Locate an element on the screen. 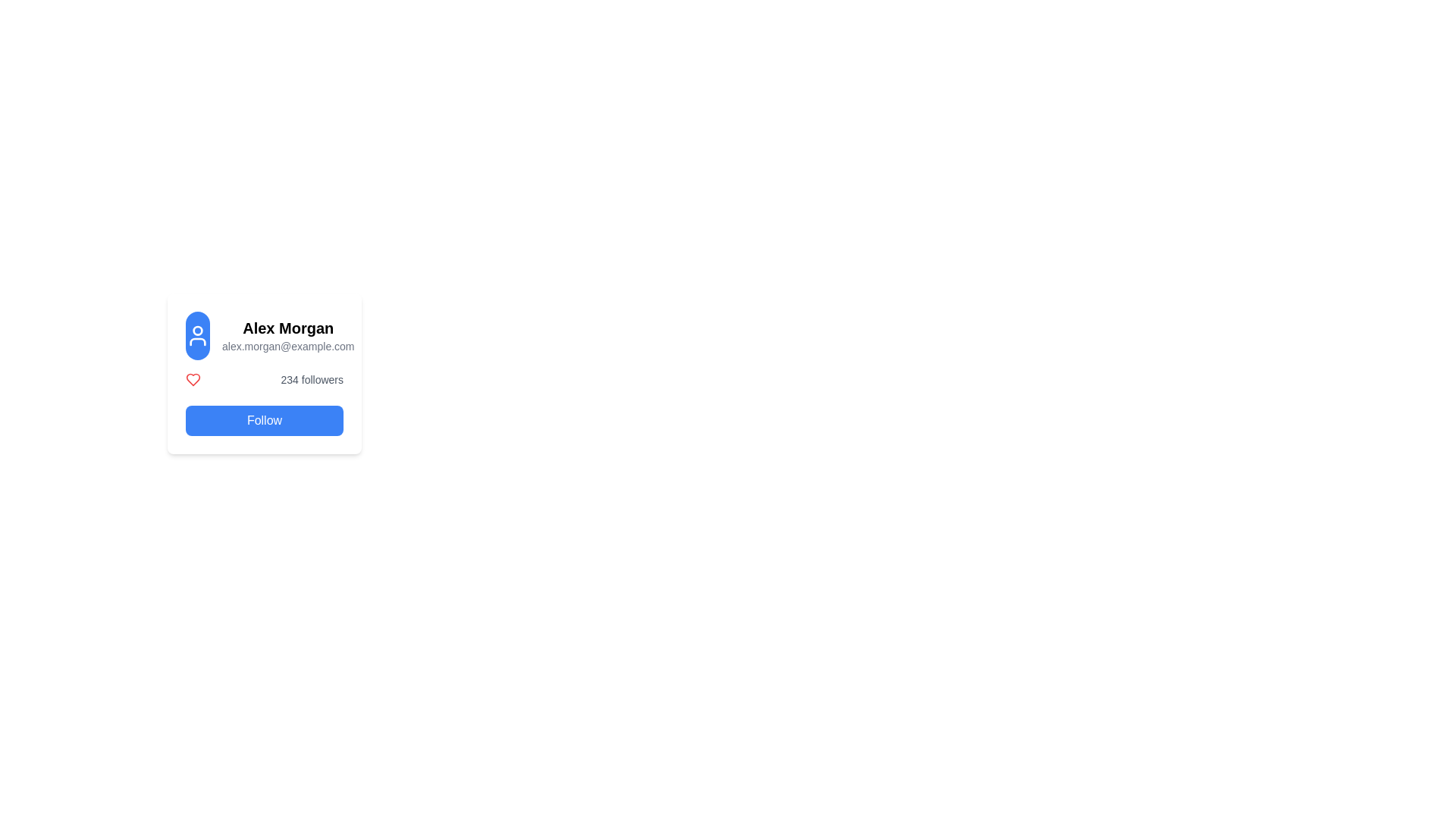  the heart-shaped icon located in the bottom-right section of the user's profile card, positioned below the user's name and email address is located at coordinates (192, 379).